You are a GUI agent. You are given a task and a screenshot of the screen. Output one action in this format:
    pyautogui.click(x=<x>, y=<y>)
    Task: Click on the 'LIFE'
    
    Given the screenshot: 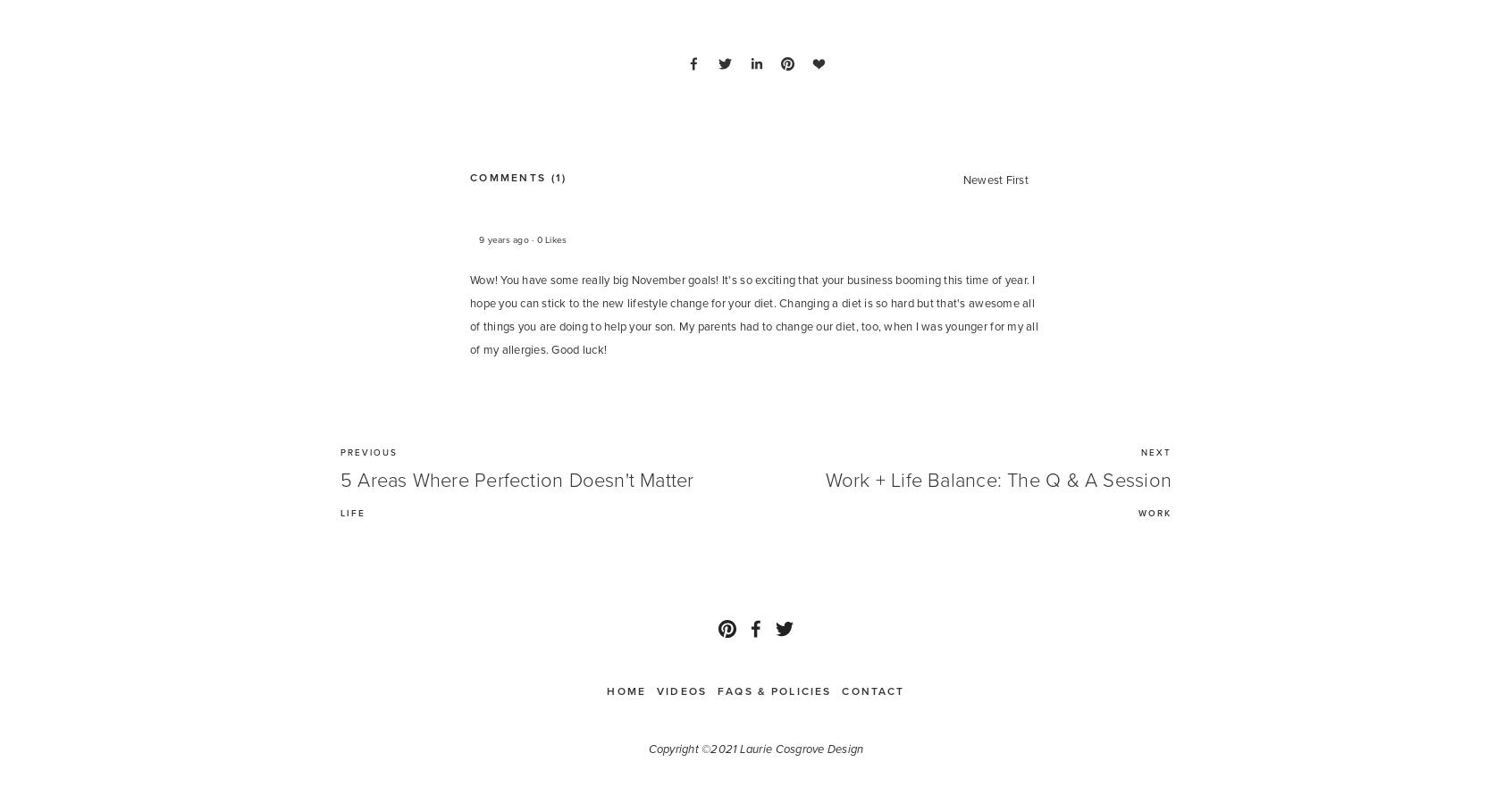 What is the action you would take?
    pyautogui.click(x=340, y=512)
    